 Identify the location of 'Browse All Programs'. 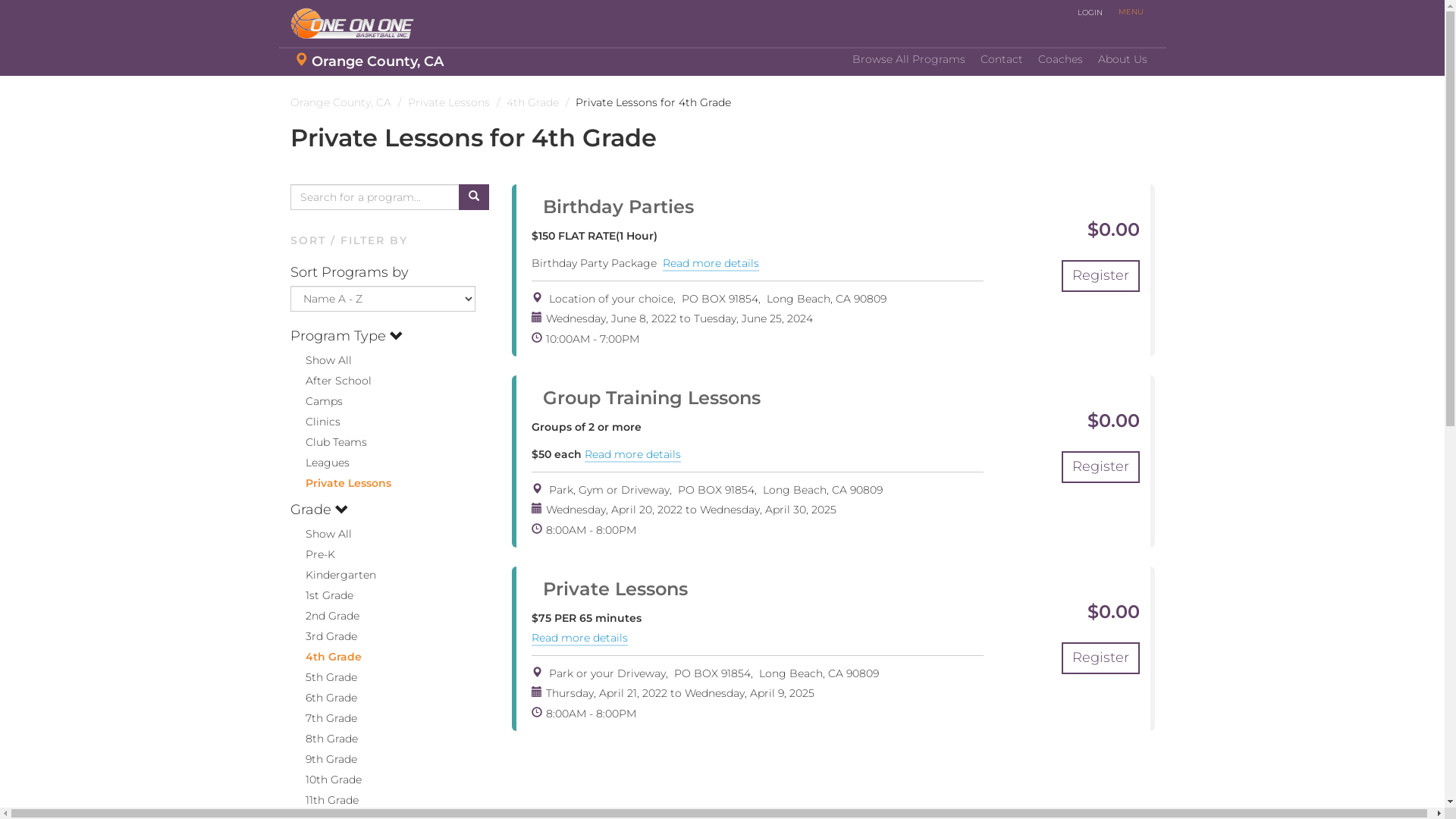
(908, 58).